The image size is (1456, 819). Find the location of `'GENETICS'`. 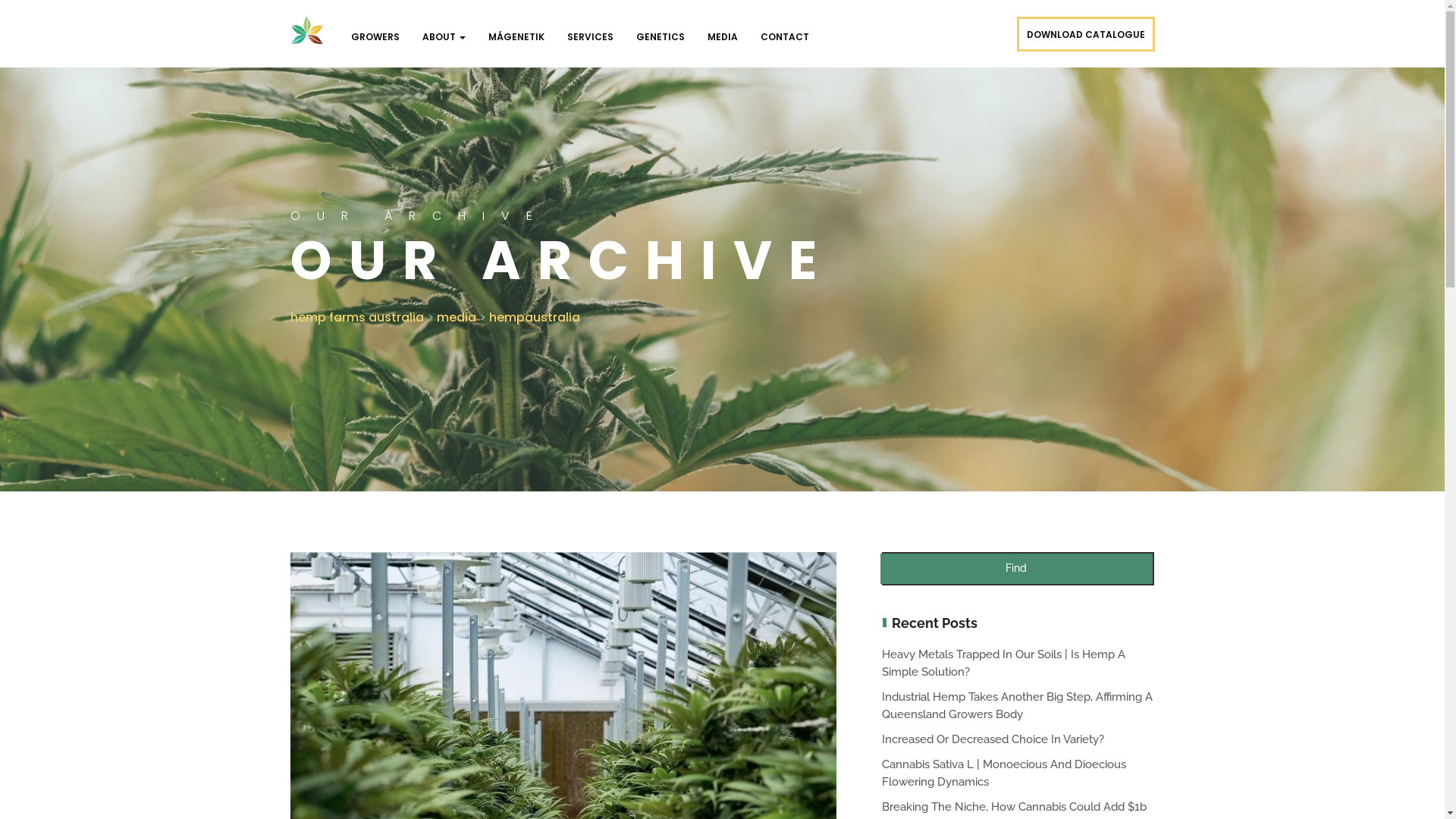

'GENETICS' is located at coordinates (660, 36).